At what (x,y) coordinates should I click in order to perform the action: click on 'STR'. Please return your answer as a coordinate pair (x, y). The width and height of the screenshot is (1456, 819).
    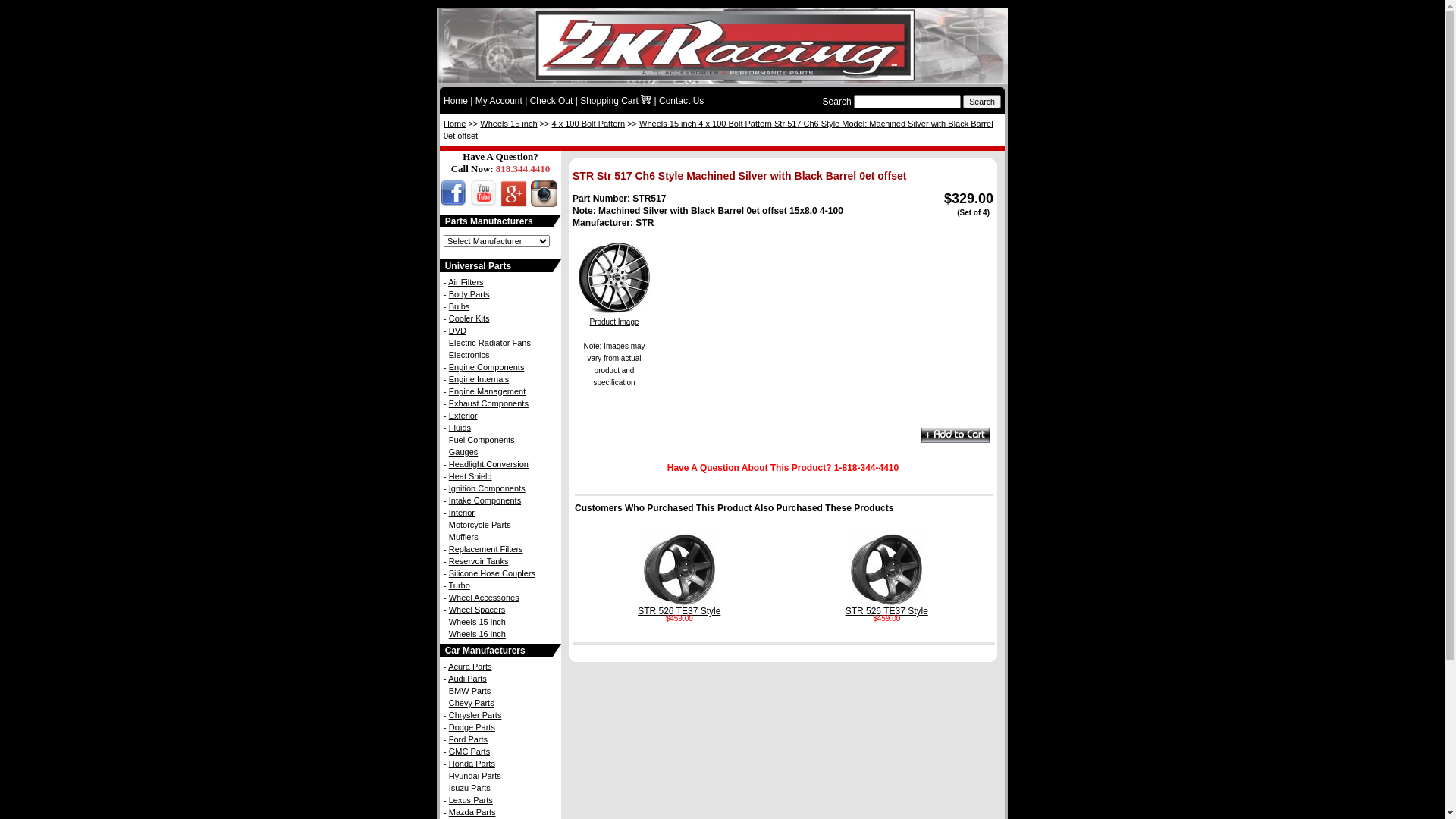
    Looking at the image, I should click on (635, 222).